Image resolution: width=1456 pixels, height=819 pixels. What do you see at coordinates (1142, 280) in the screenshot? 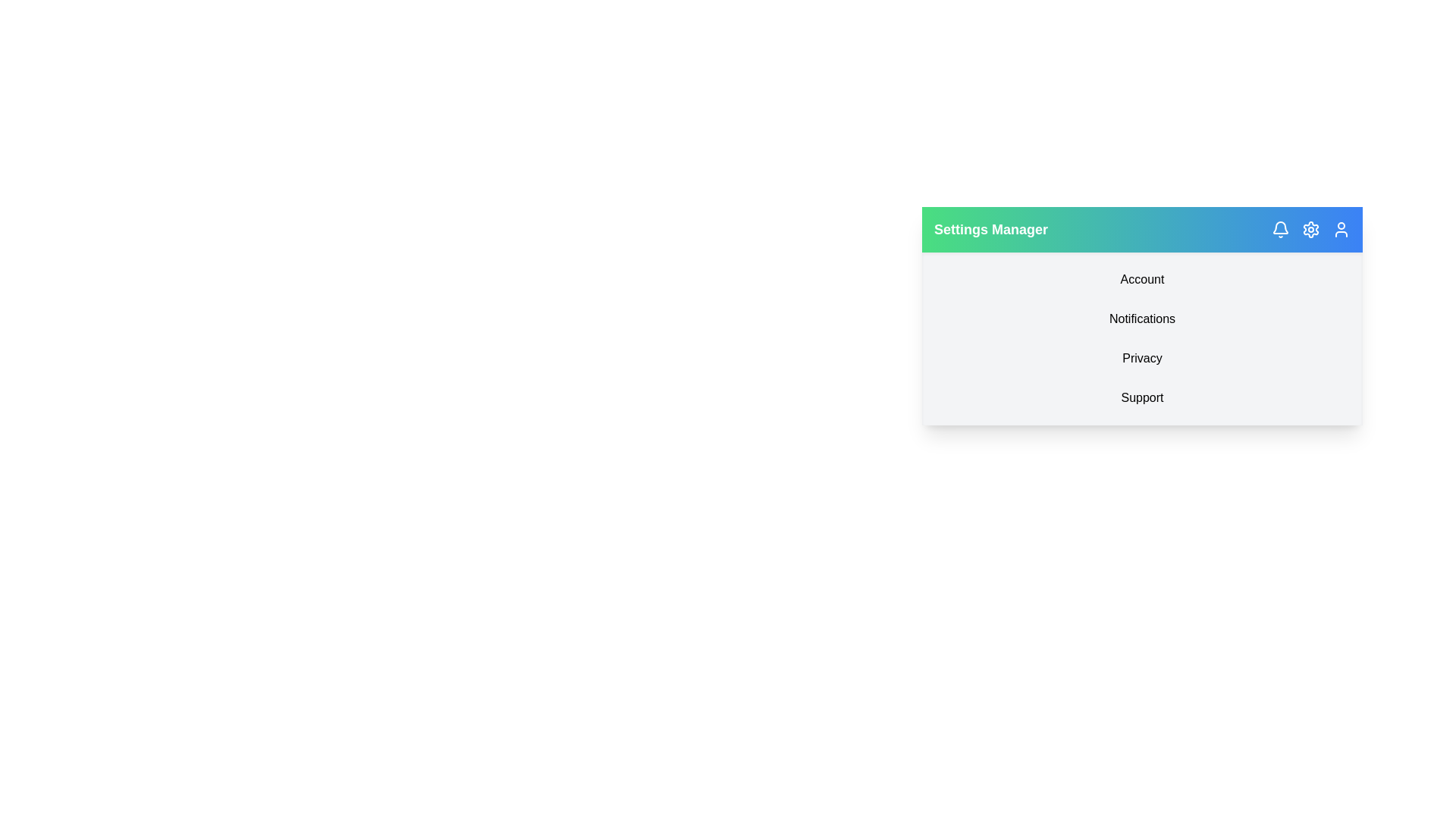
I see `the 'Account' menu item to select it` at bounding box center [1142, 280].